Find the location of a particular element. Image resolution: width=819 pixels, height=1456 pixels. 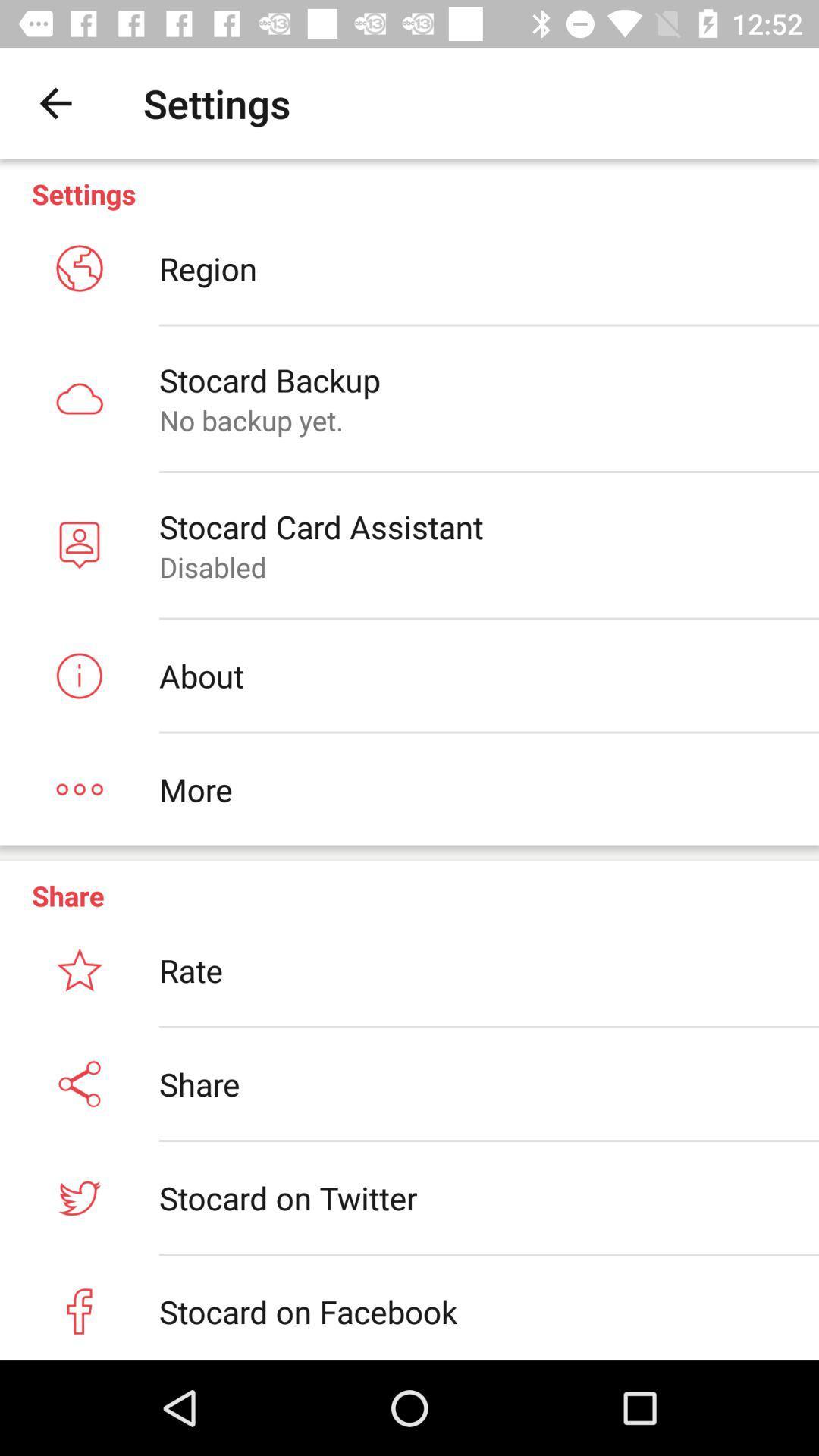

item next to the settings item is located at coordinates (55, 102).